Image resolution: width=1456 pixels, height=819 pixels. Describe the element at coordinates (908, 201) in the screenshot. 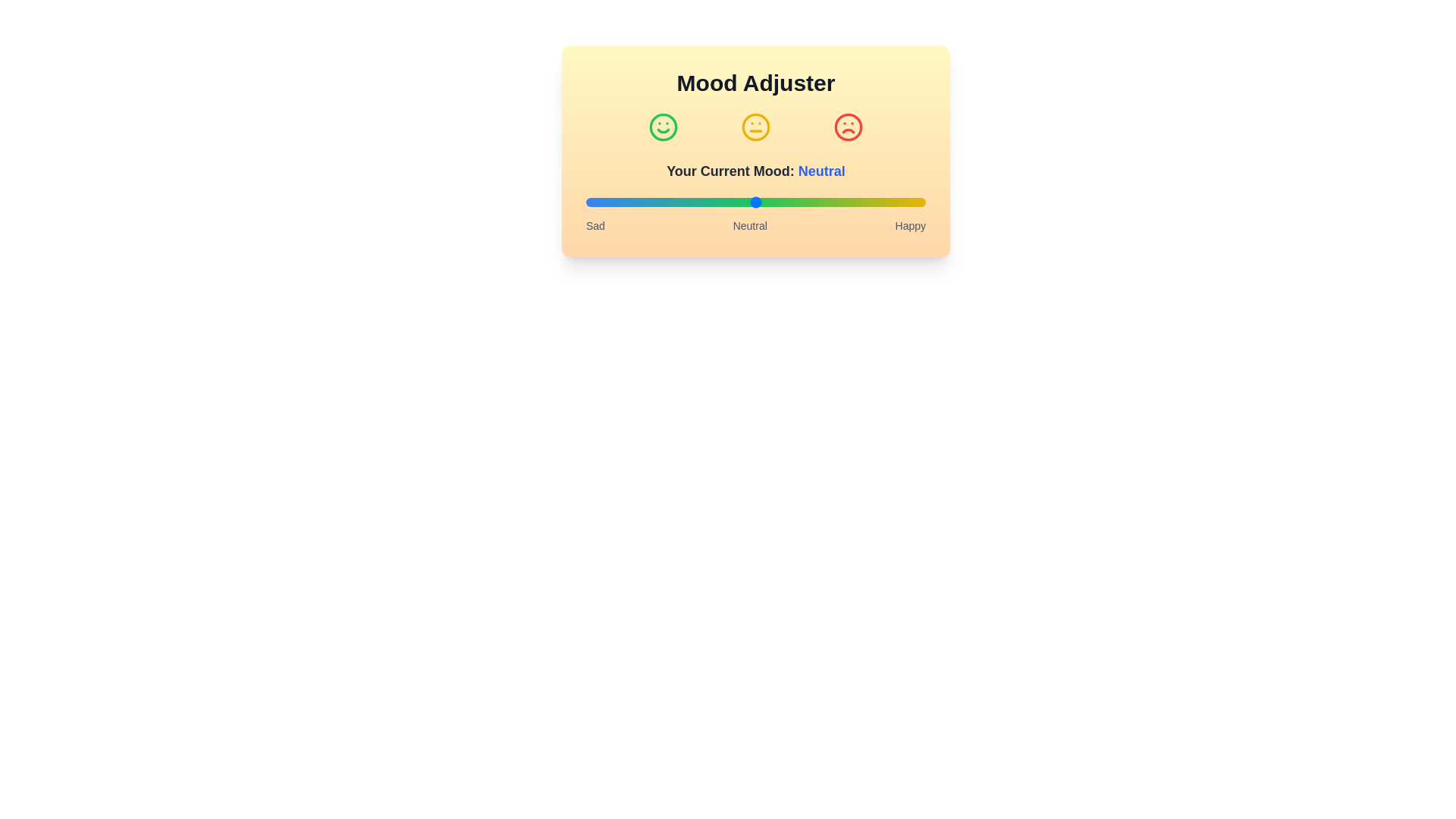

I see `the mood slider to set the mood to 95%` at that location.